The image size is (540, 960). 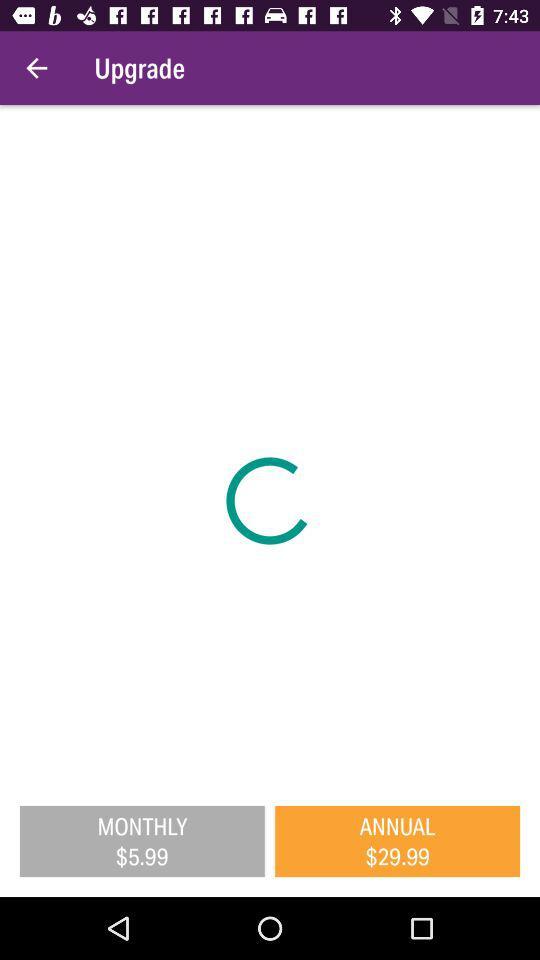 What do you see at coordinates (397, 840) in the screenshot?
I see `annual` at bounding box center [397, 840].